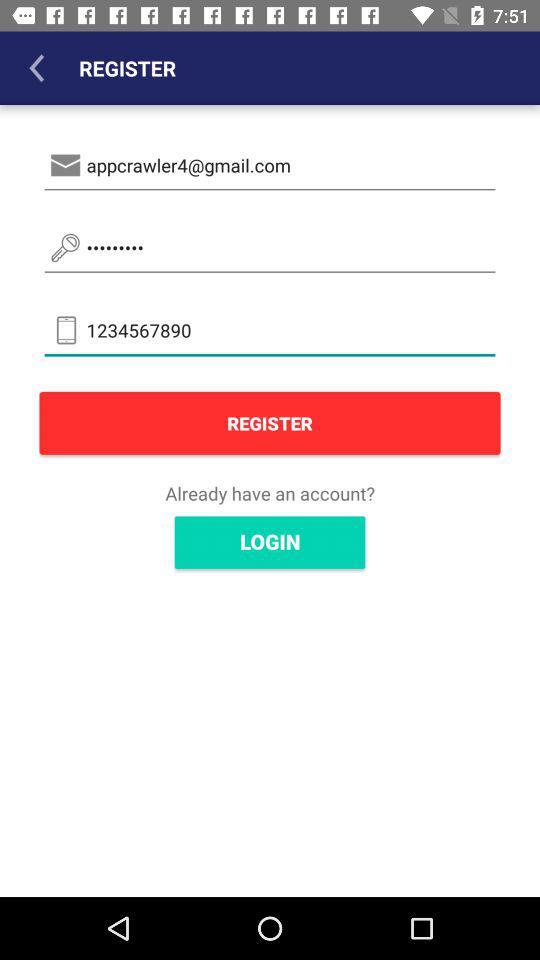 This screenshot has height=960, width=540. Describe the element at coordinates (270, 247) in the screenshot. I see `crowd3116 icon` at that location.